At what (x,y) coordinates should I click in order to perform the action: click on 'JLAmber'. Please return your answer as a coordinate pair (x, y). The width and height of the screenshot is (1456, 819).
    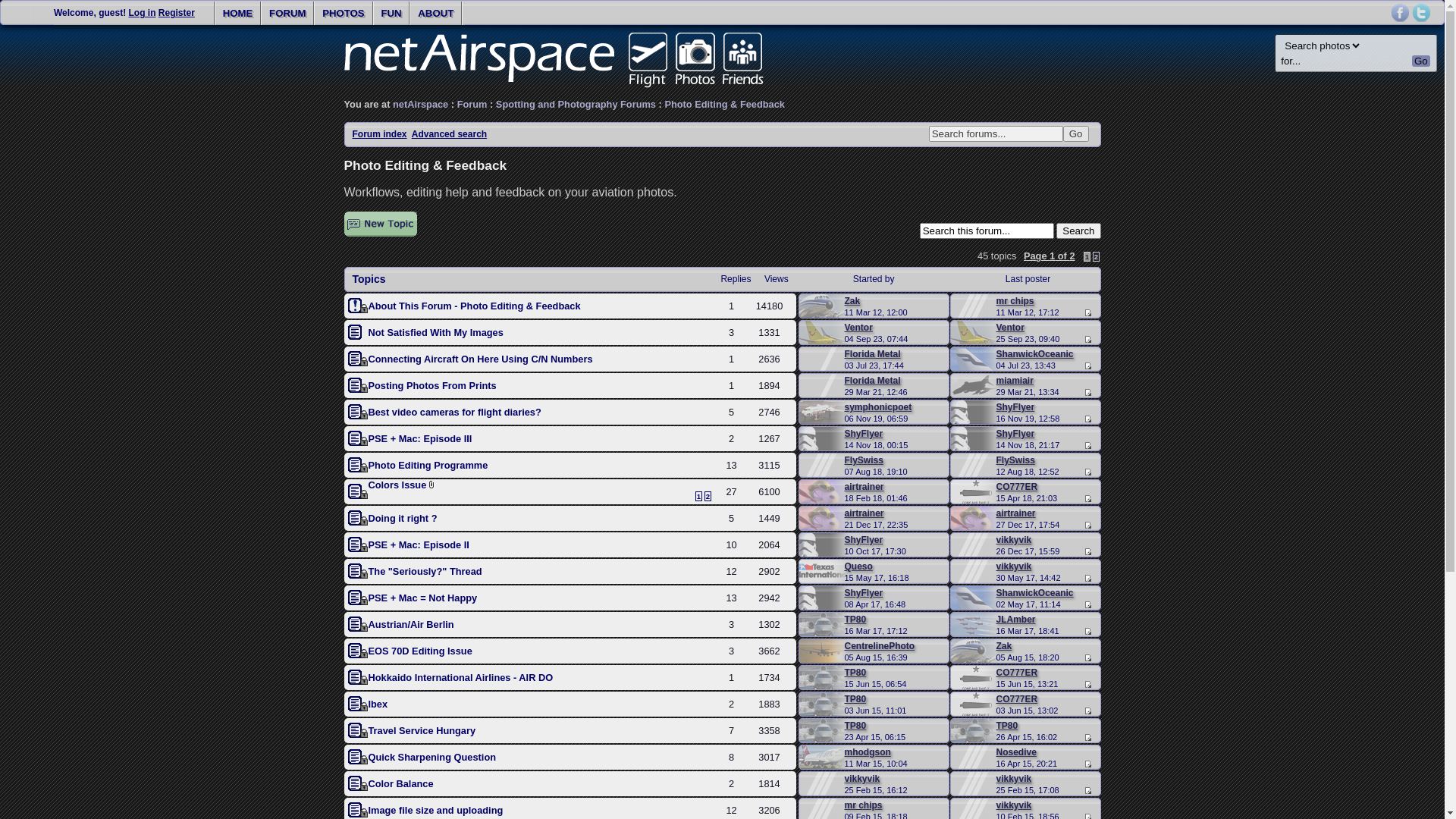
    Looking at the image, I should click on (1015, 620).